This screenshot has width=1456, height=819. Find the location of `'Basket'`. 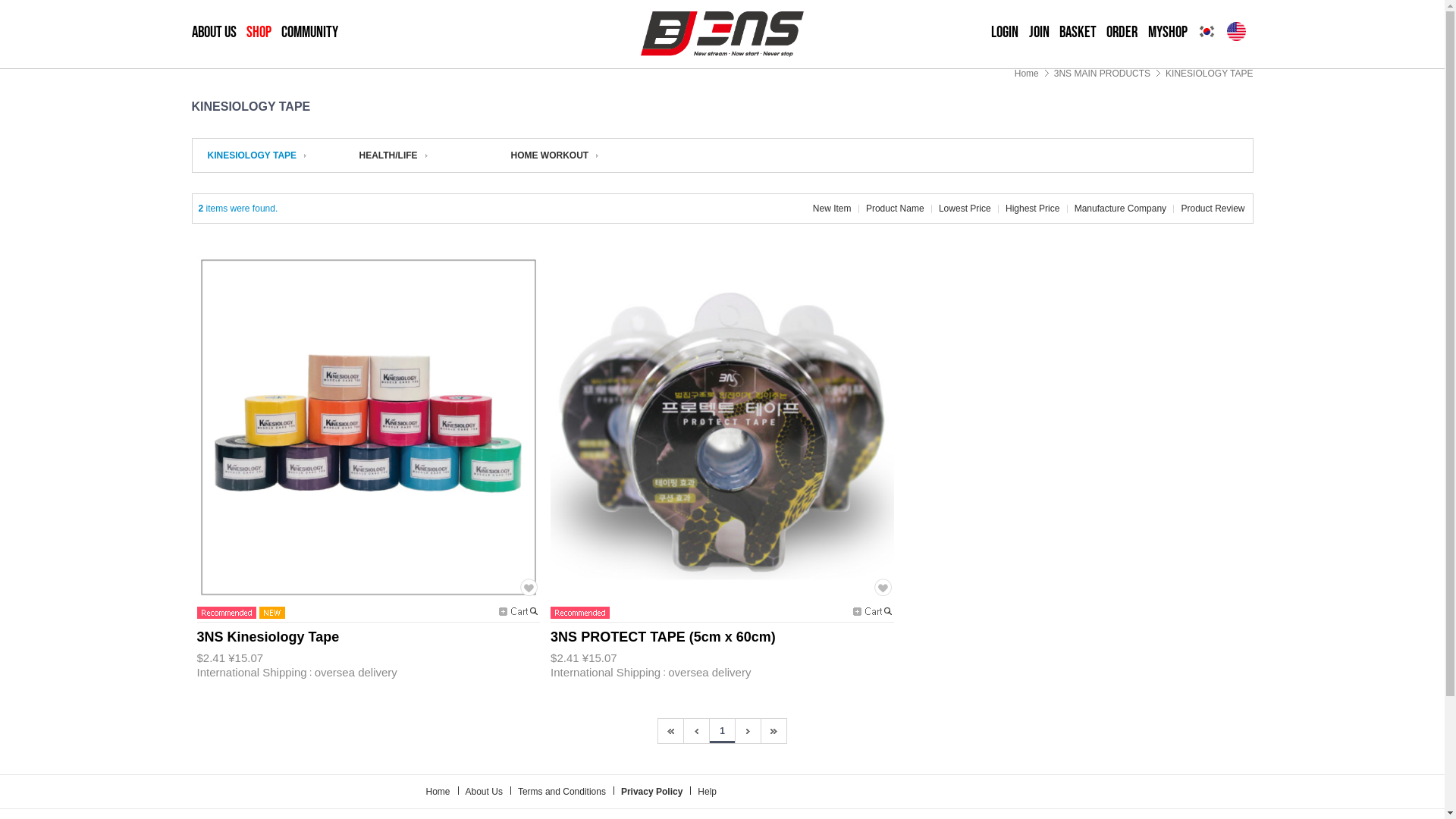

'Basket' is located at coordinates (1077, 32).